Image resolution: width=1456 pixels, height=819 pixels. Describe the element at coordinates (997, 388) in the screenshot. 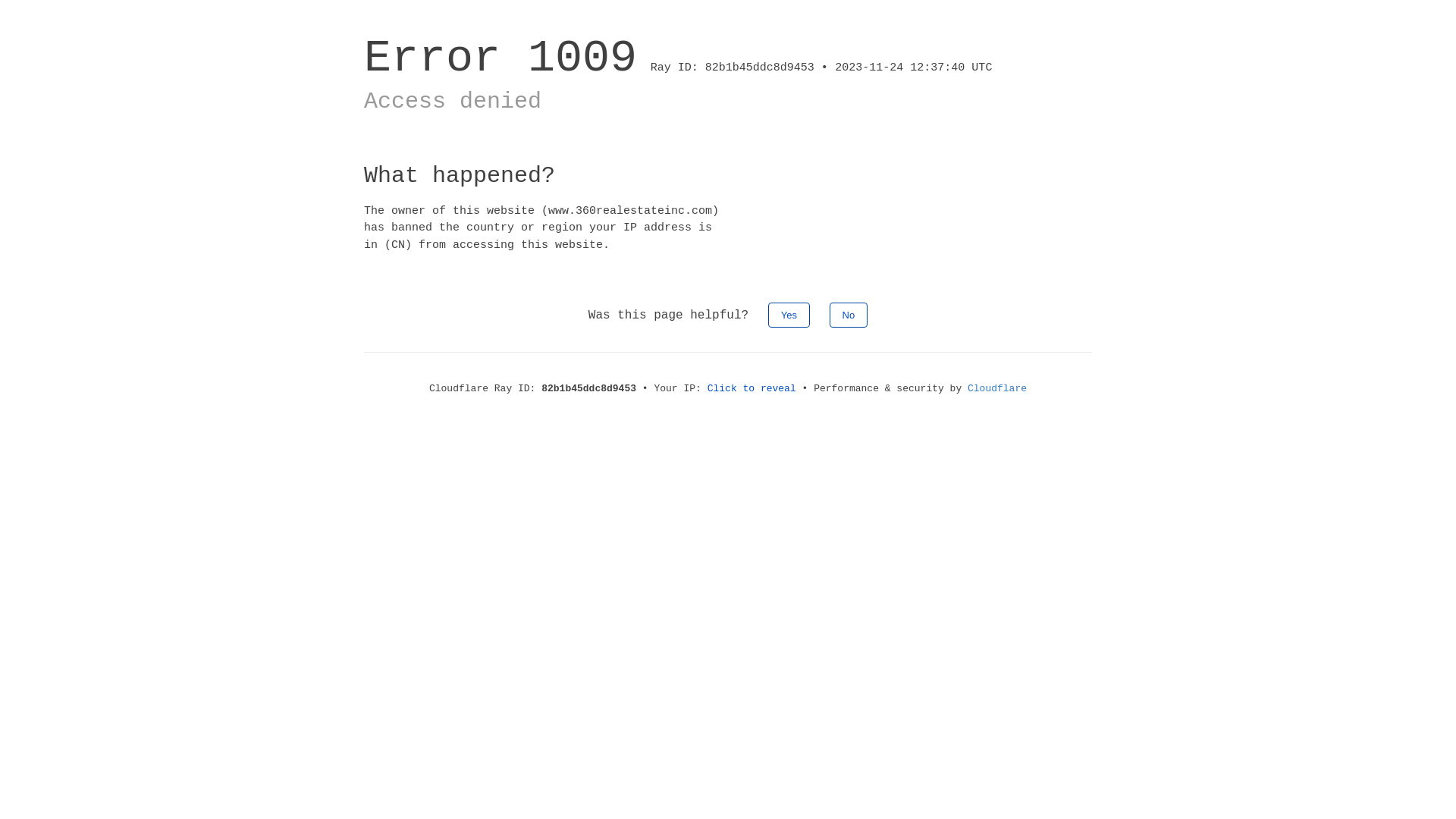

I see `'Cloudflare'` at that location.